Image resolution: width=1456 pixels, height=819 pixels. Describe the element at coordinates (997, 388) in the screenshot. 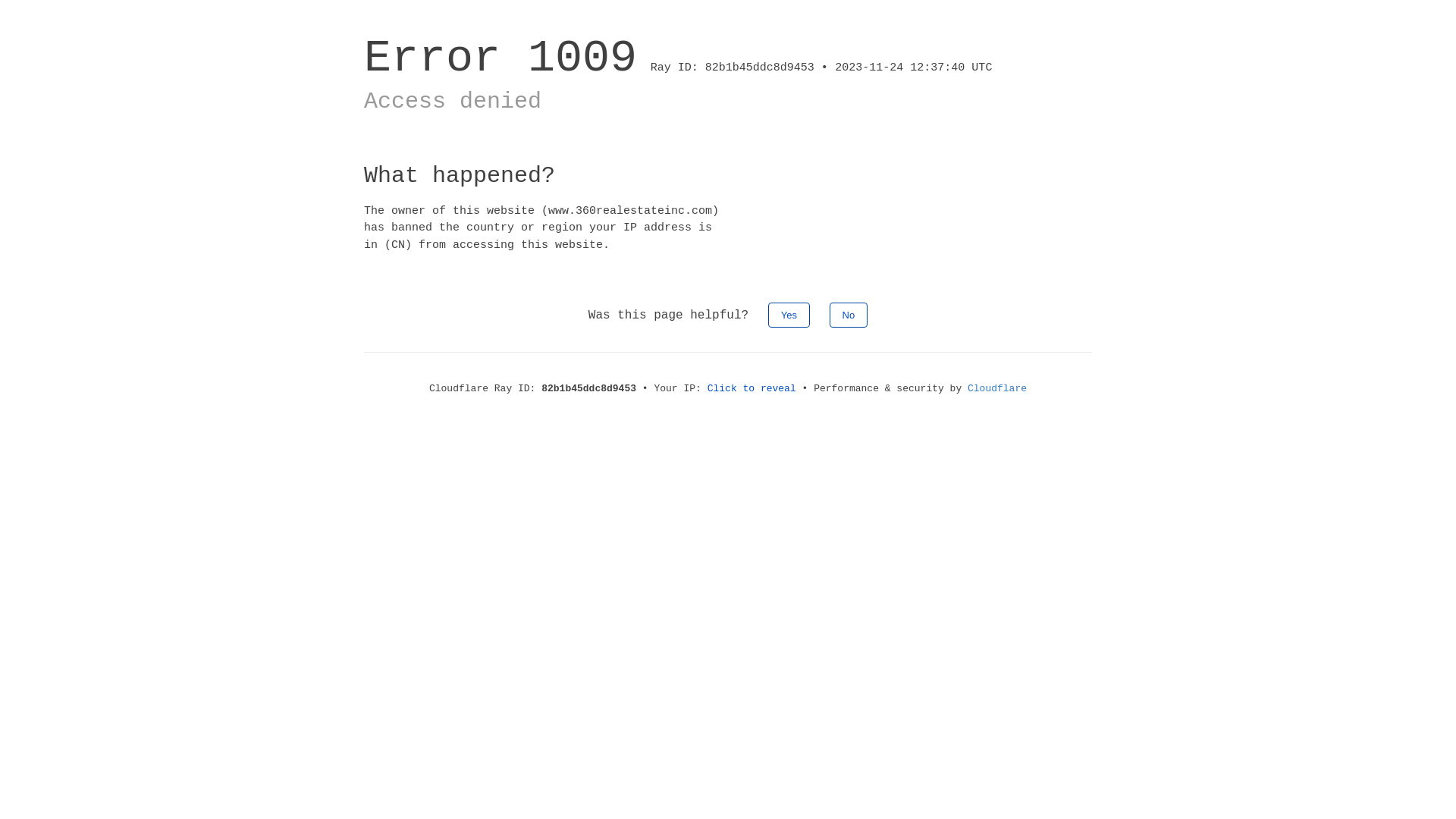

I see `'Cloudflare'` at that location.